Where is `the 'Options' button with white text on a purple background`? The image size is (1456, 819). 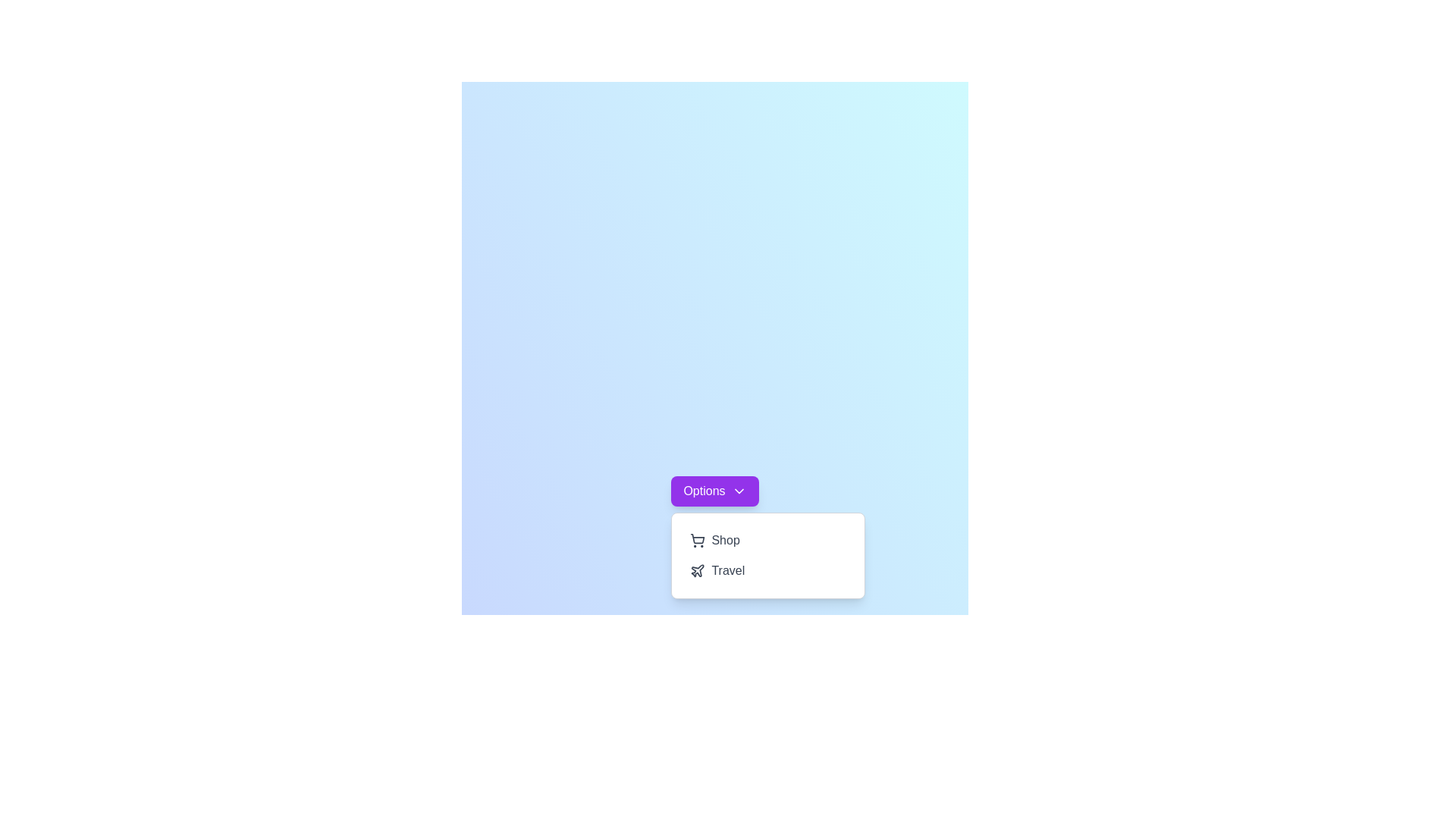
the 'Options' button with white text on a purple background is located at coordinates (714, 491).